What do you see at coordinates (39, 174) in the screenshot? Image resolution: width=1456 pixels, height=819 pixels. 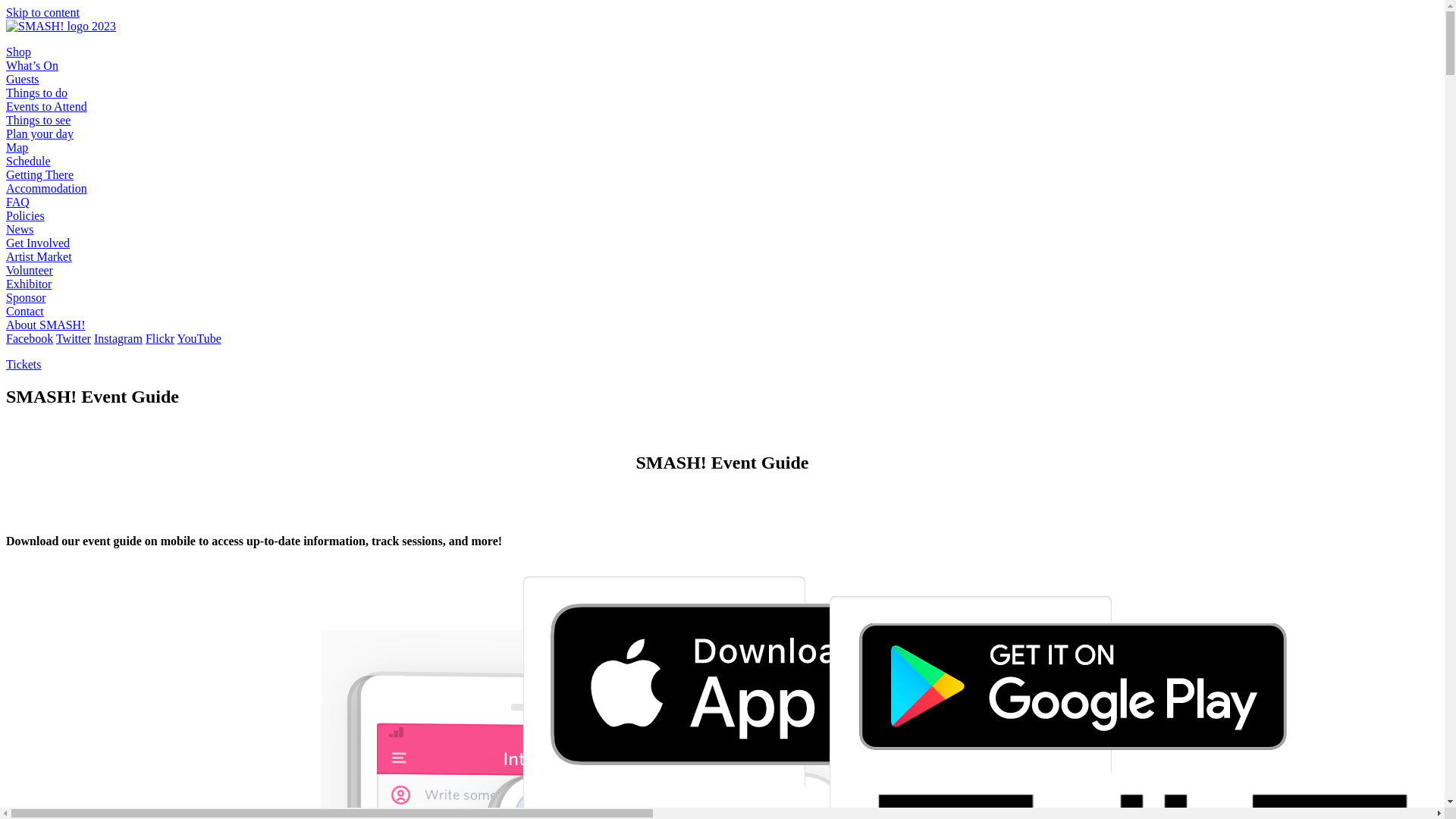 I see `'Getting There'` at bounding box center [39, 174].